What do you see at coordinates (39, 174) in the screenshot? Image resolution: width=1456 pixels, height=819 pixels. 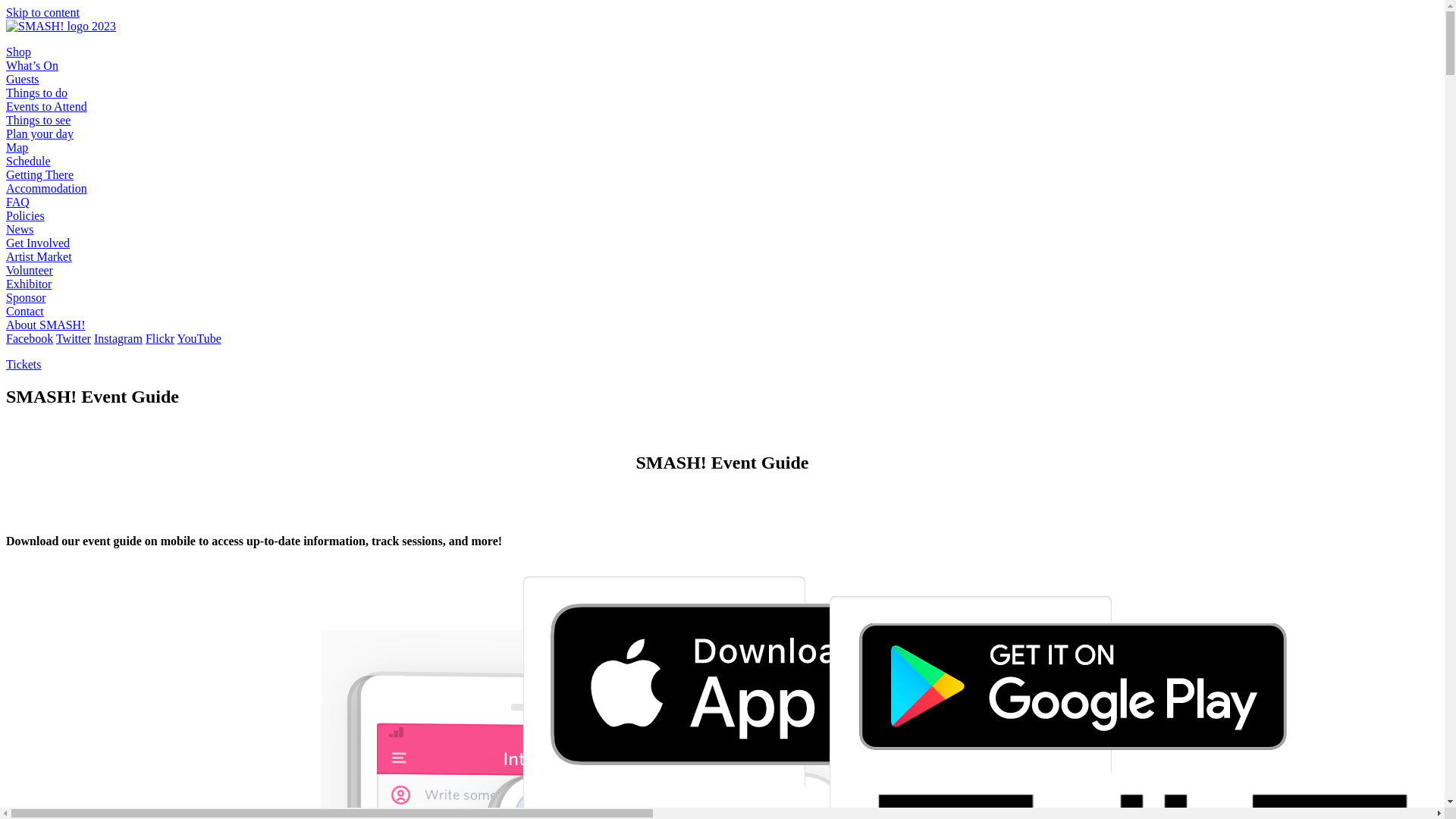 I see `'Getting There'` at bounding box center [39, 174].